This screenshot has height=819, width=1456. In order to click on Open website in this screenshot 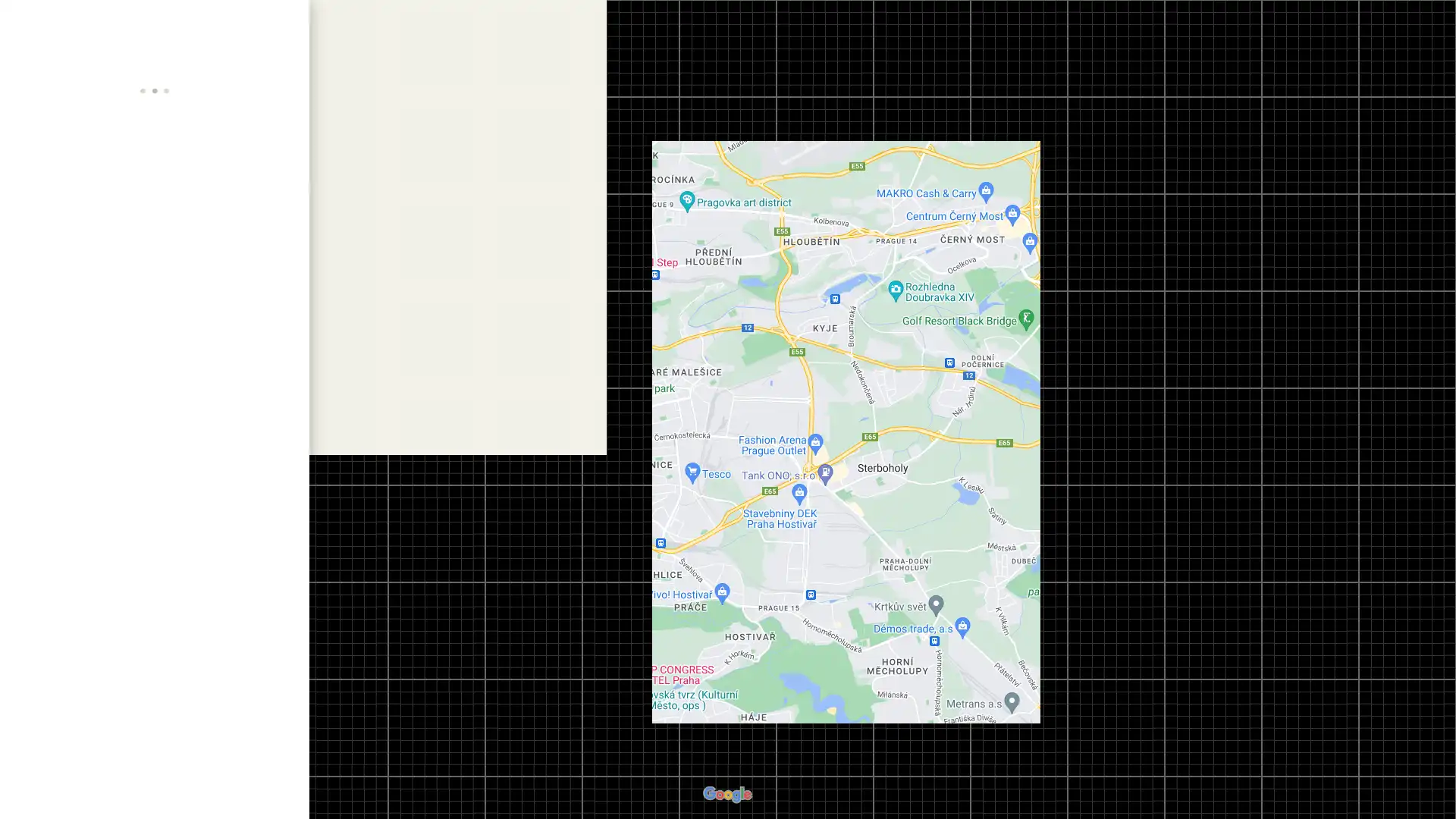, I will do `click(261, 411)`.